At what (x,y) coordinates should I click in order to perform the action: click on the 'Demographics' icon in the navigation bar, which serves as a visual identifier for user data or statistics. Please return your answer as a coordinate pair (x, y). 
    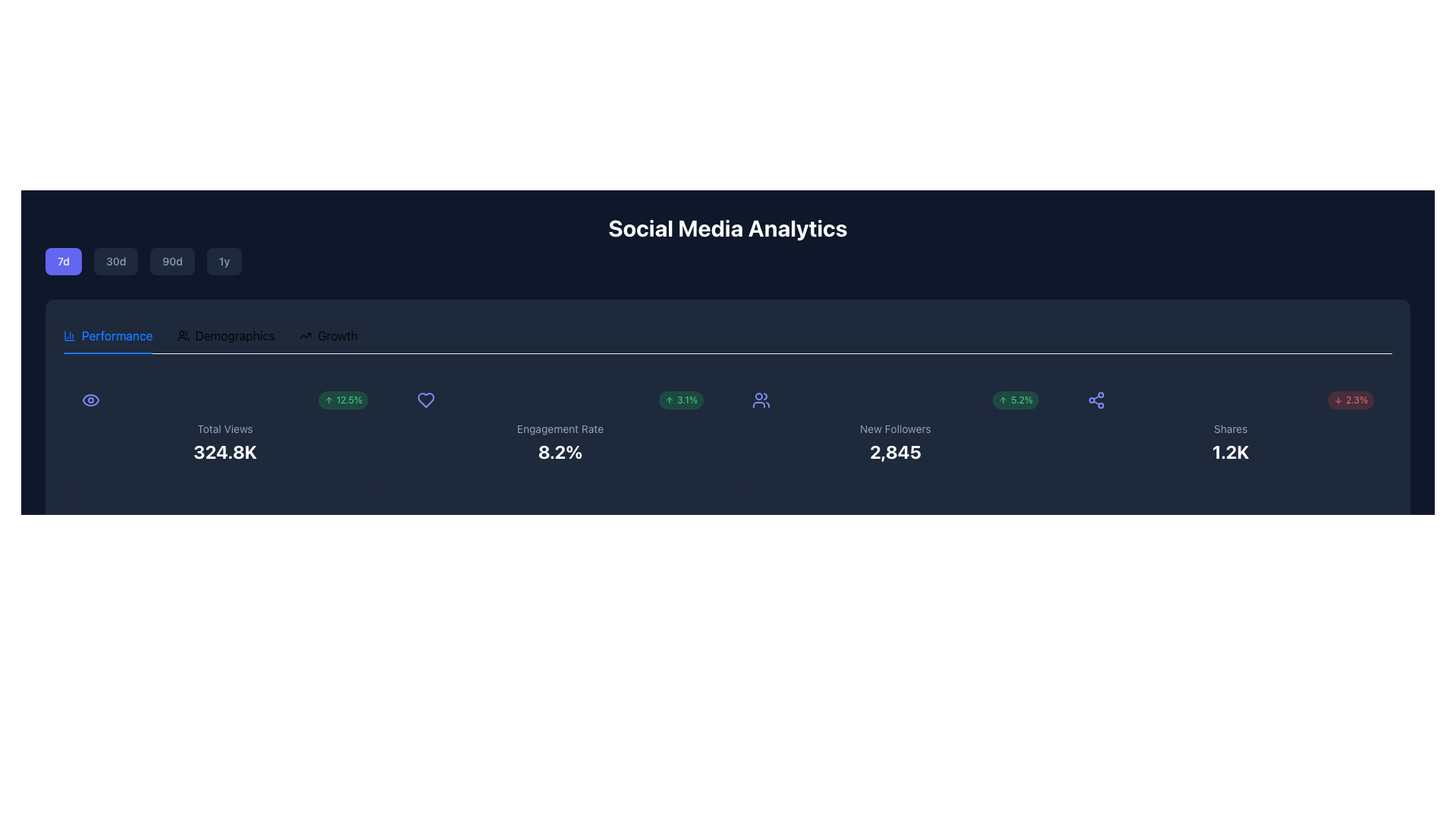
    Looking at the image, I should click on (182, 335).